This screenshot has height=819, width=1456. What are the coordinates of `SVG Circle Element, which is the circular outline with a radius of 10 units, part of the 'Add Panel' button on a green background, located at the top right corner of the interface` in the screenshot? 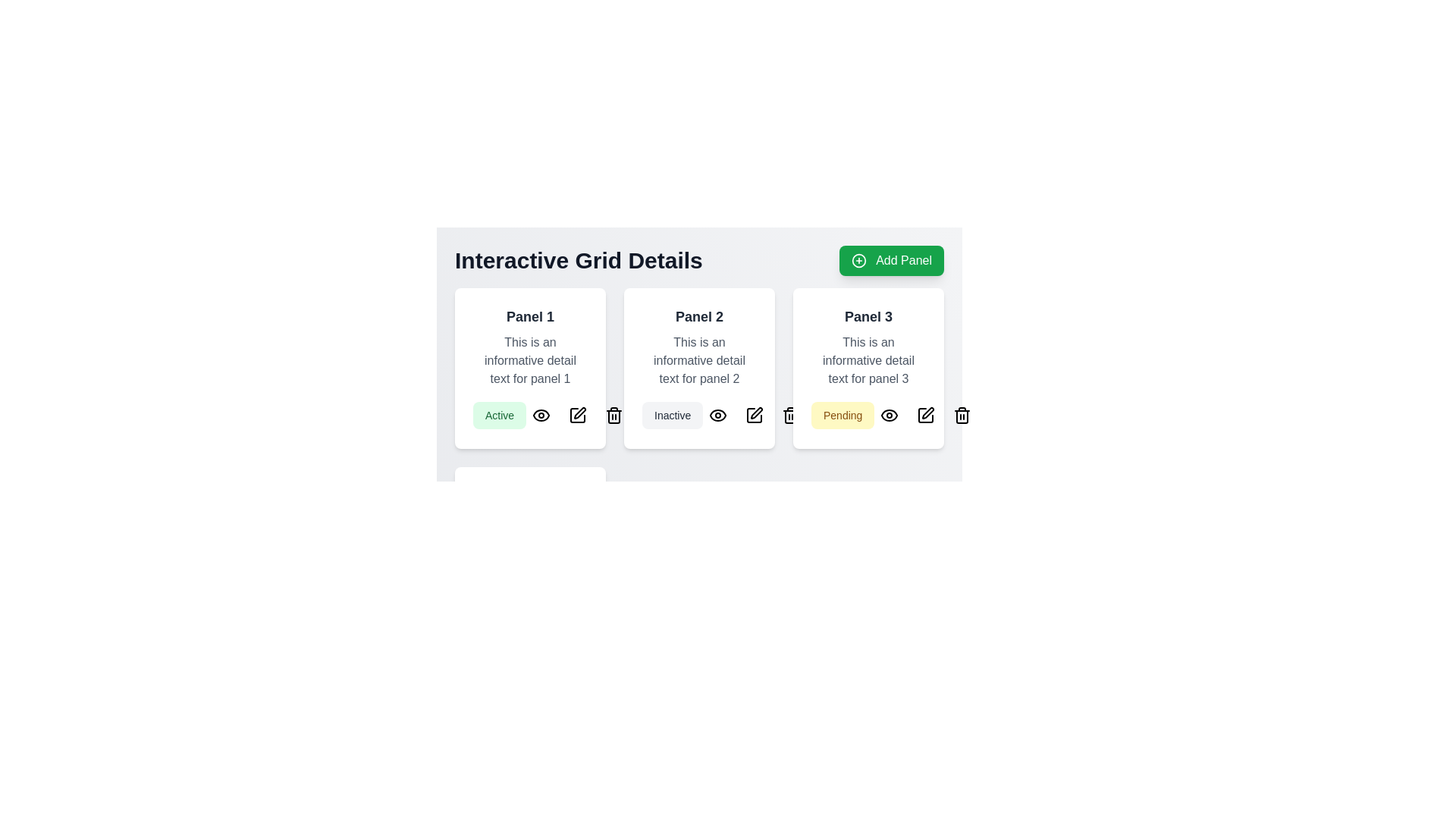 It's located at (859, 259).